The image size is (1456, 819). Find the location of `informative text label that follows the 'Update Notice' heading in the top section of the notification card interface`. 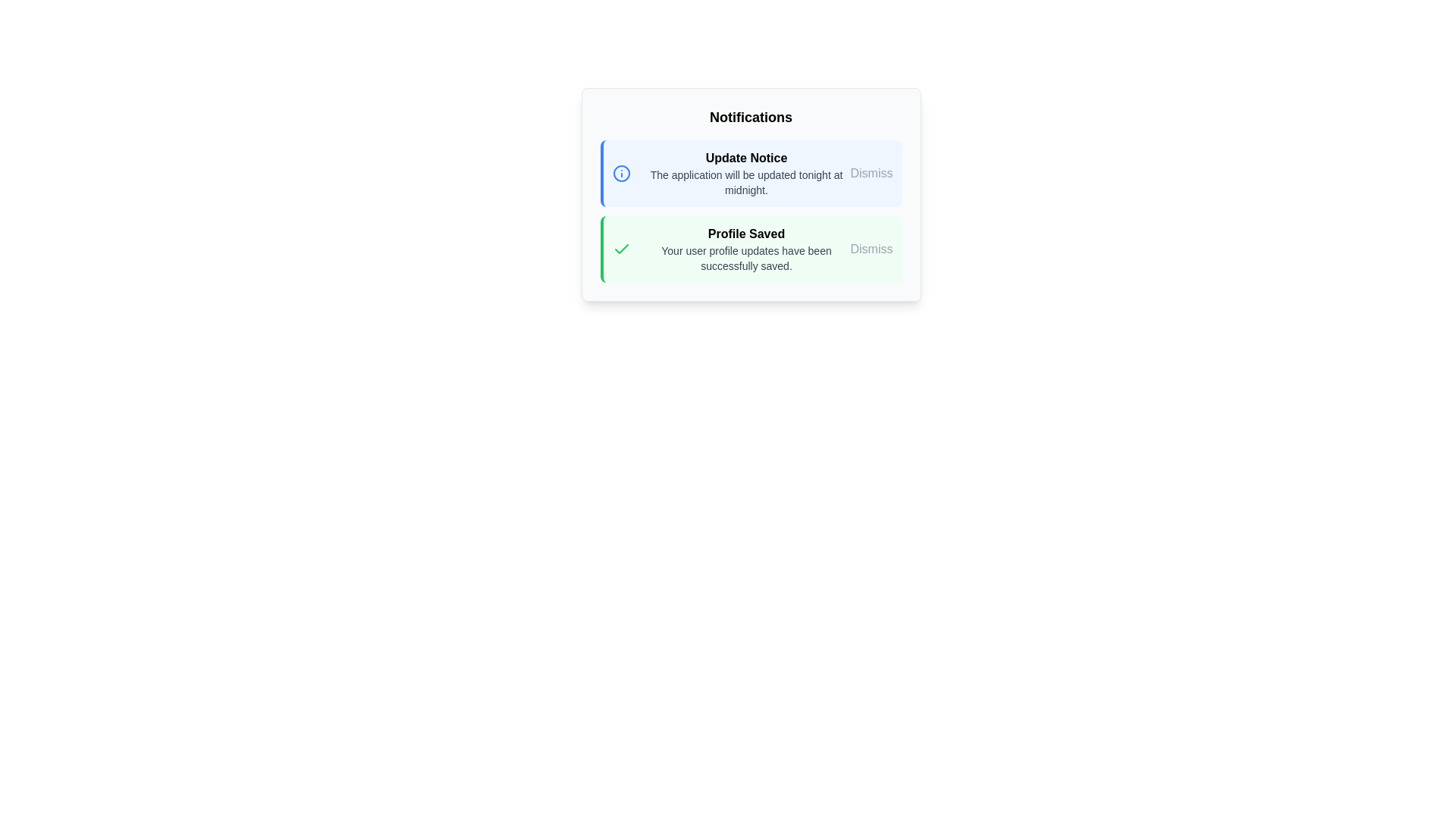

informative text label that follows the 'Update Notice' heading in the top section of the notification card interface is located at coordinates (746, 181).